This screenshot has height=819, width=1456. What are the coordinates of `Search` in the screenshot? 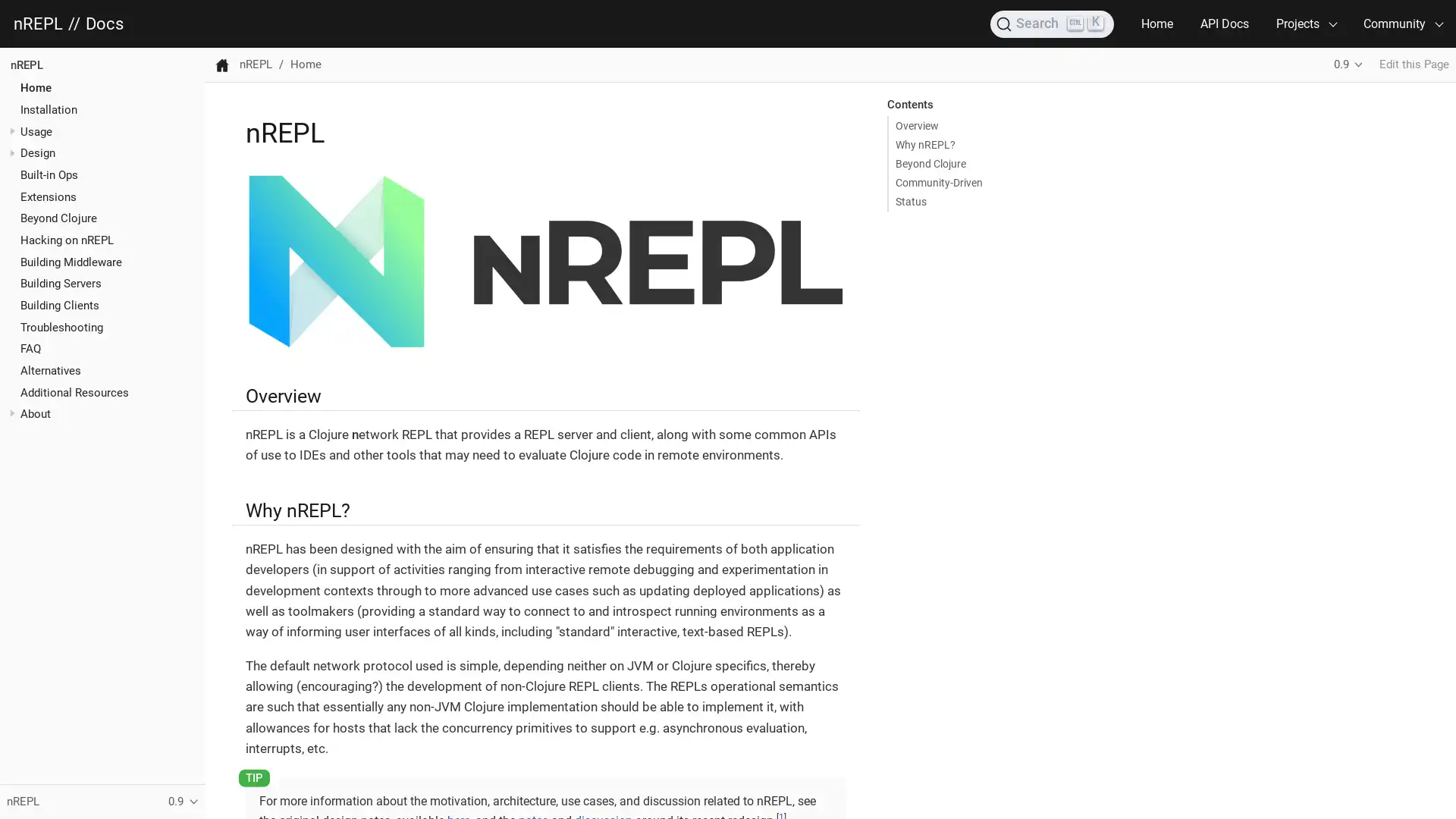 It's located at (1051, 23).